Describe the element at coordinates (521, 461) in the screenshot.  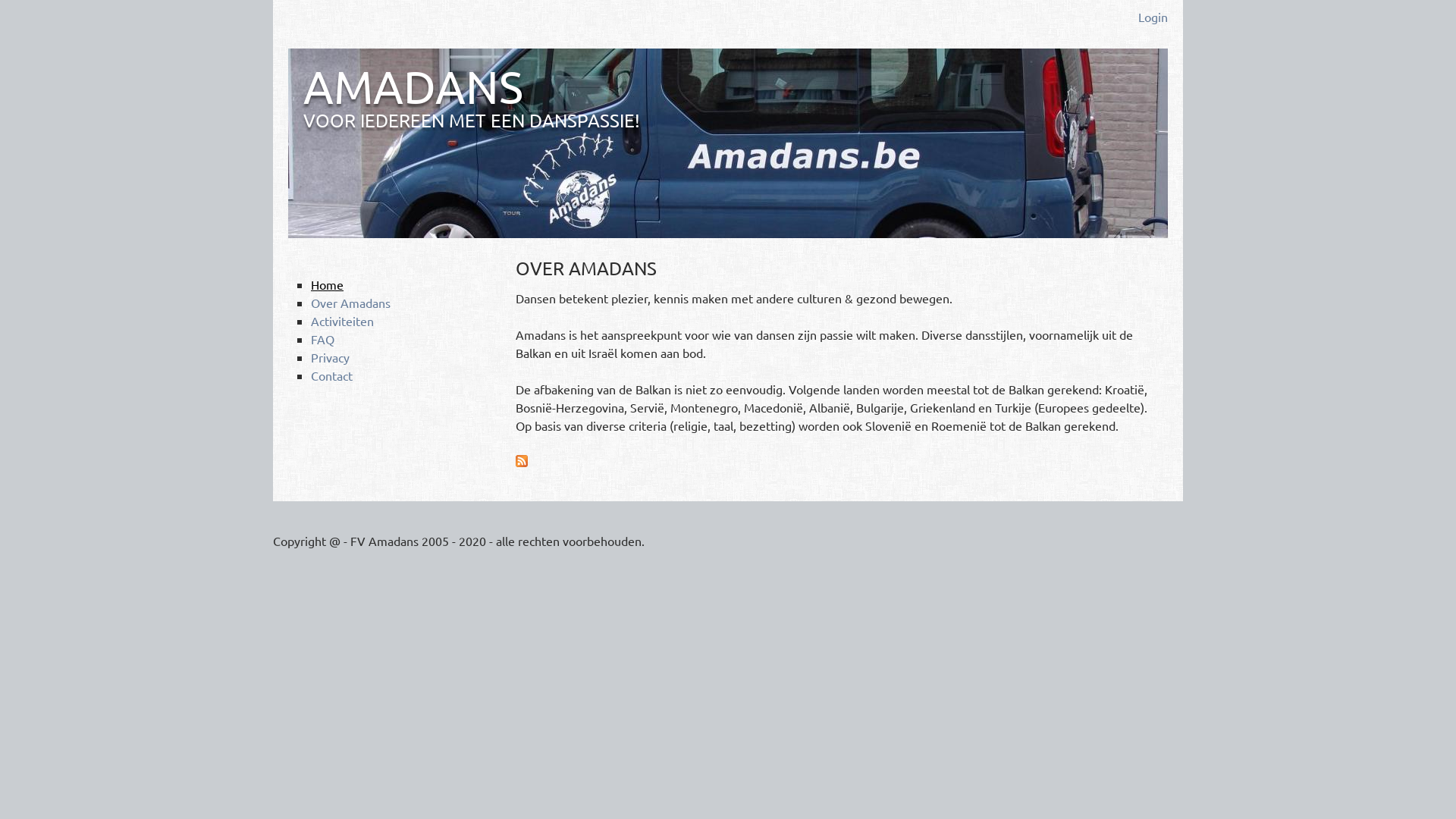
I see `'Abonneren op Amadans RSS'` at that location.